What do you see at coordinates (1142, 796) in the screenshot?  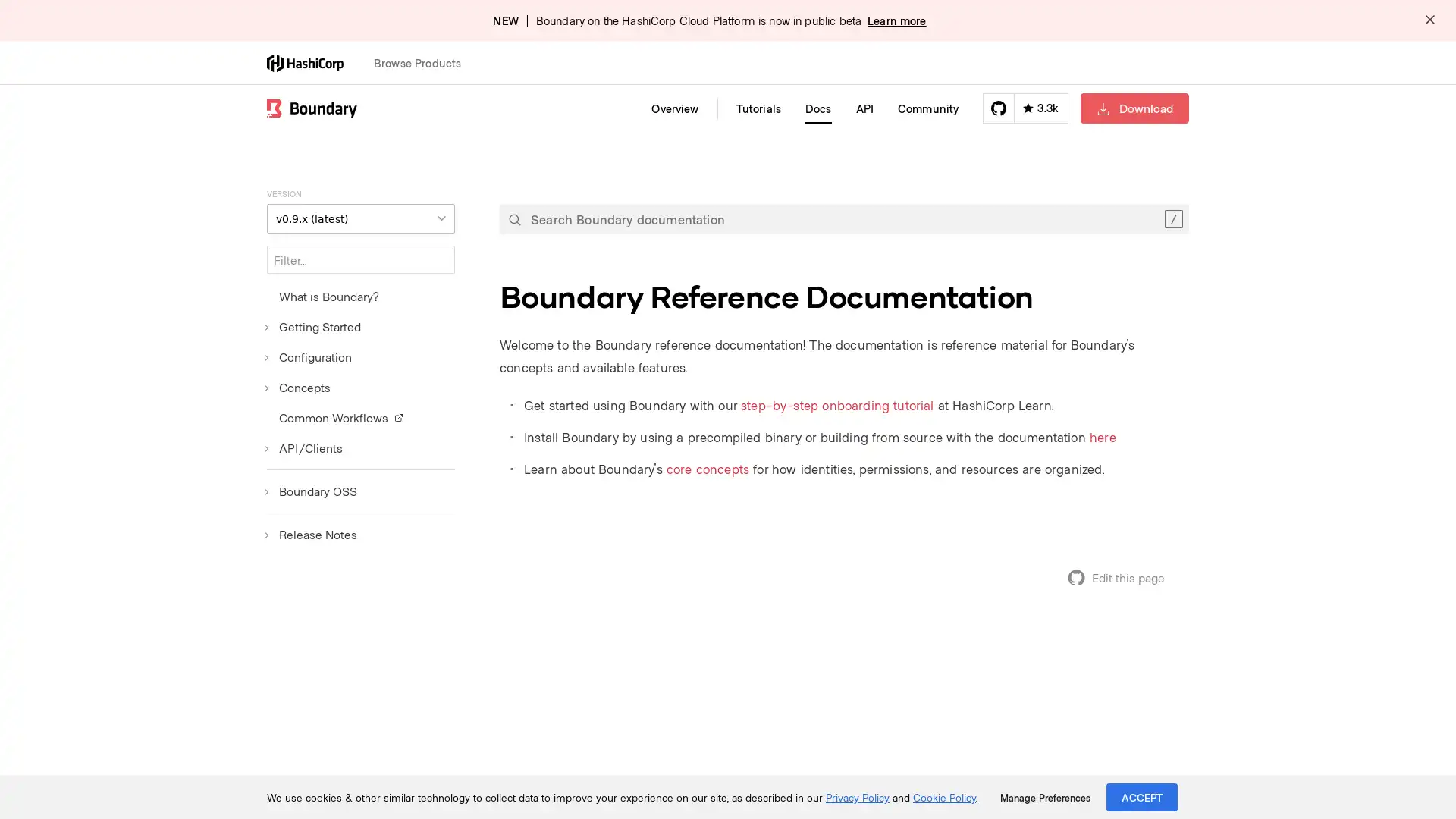 I see `ACCEPT` at bounding box center [1142, 796].